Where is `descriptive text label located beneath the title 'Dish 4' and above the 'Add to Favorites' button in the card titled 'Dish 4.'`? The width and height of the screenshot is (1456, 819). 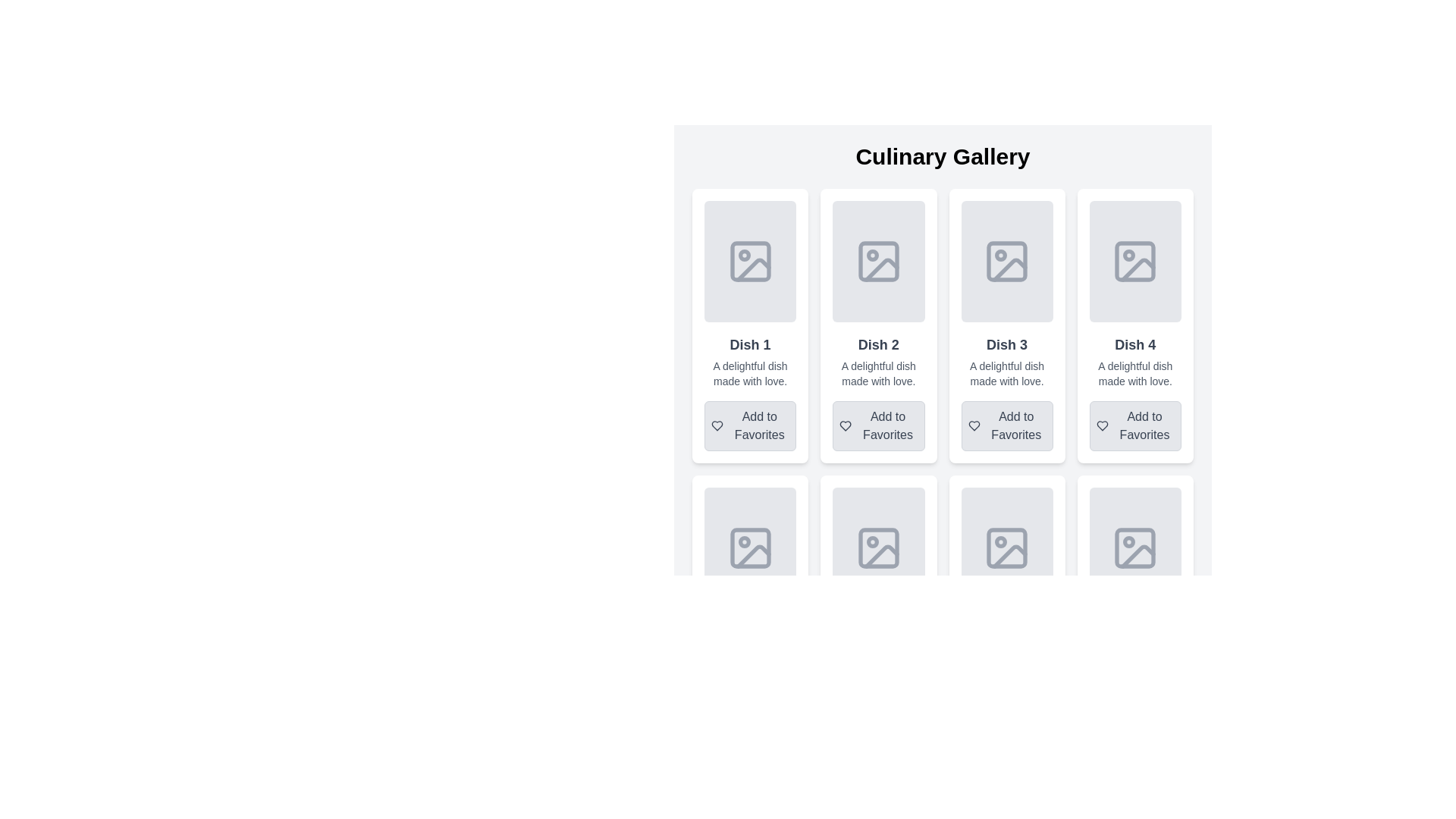 descriptive text label located beneath the title 'Dish 4' and above the 'Add to Favorites' button in the card titled 'Dish 4.' is located at coordinates (1135, 374).